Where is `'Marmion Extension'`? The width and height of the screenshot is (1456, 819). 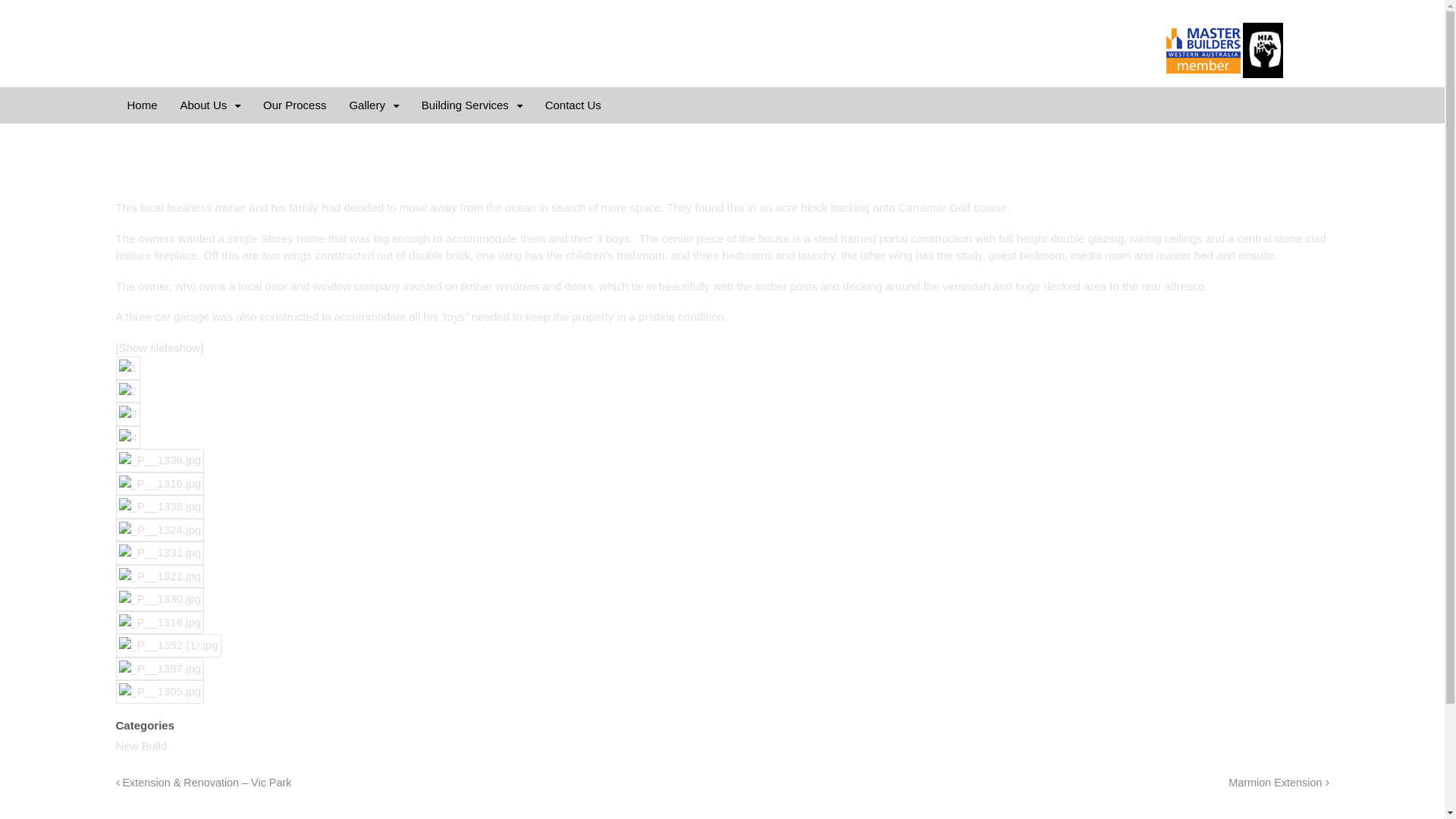 'Marmion Extension' is located at coordinates (1277, 783).